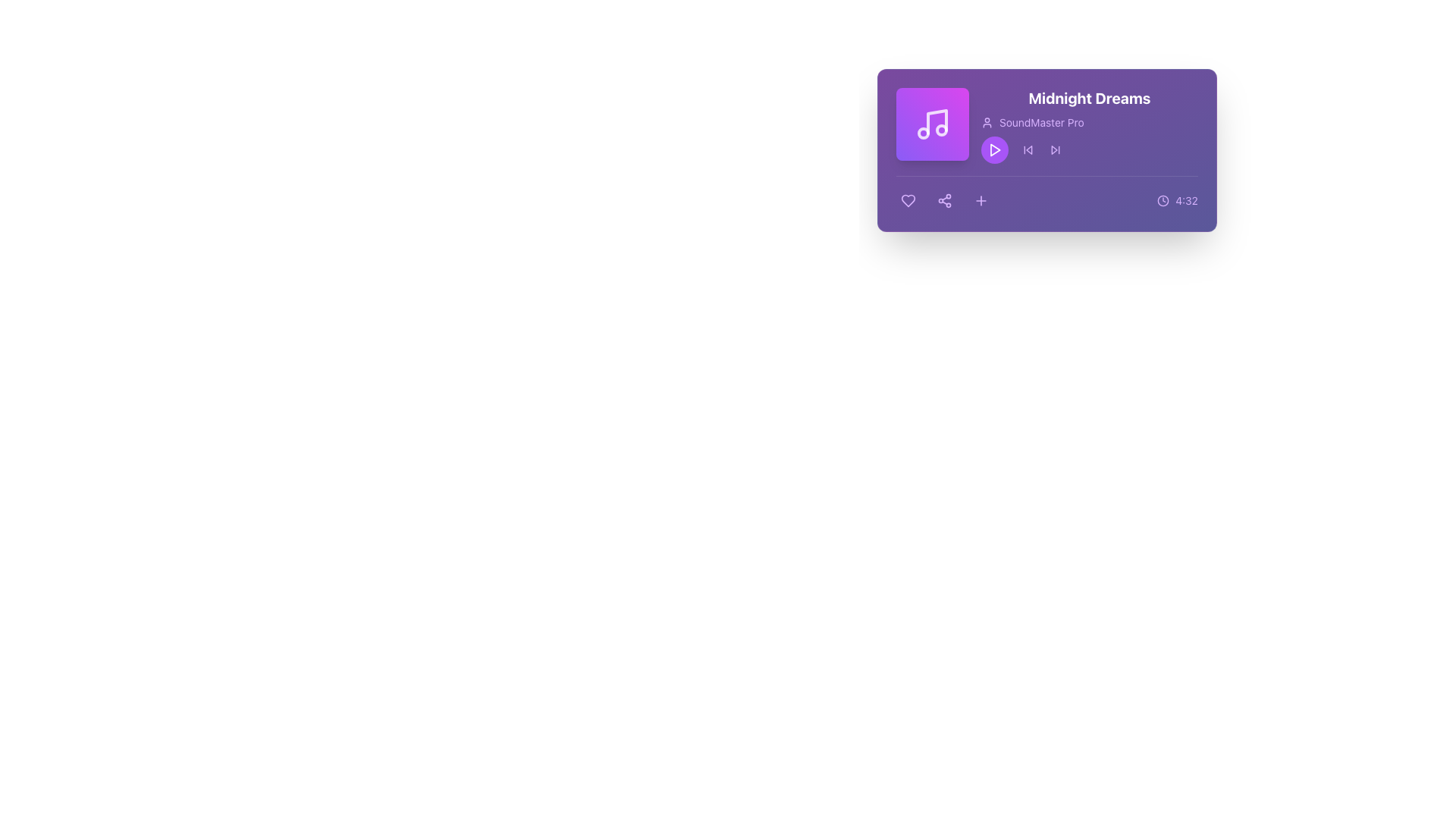  What do you see at coordinates (1186, 200) in the screenshot?
I see `the text label displaying '4:32' which is styled in a compact font and located adjacent to a clock icon on a purple background in the lower-right corner of the 'Midnight Dreams' card` at bounding box center [1186, 200].